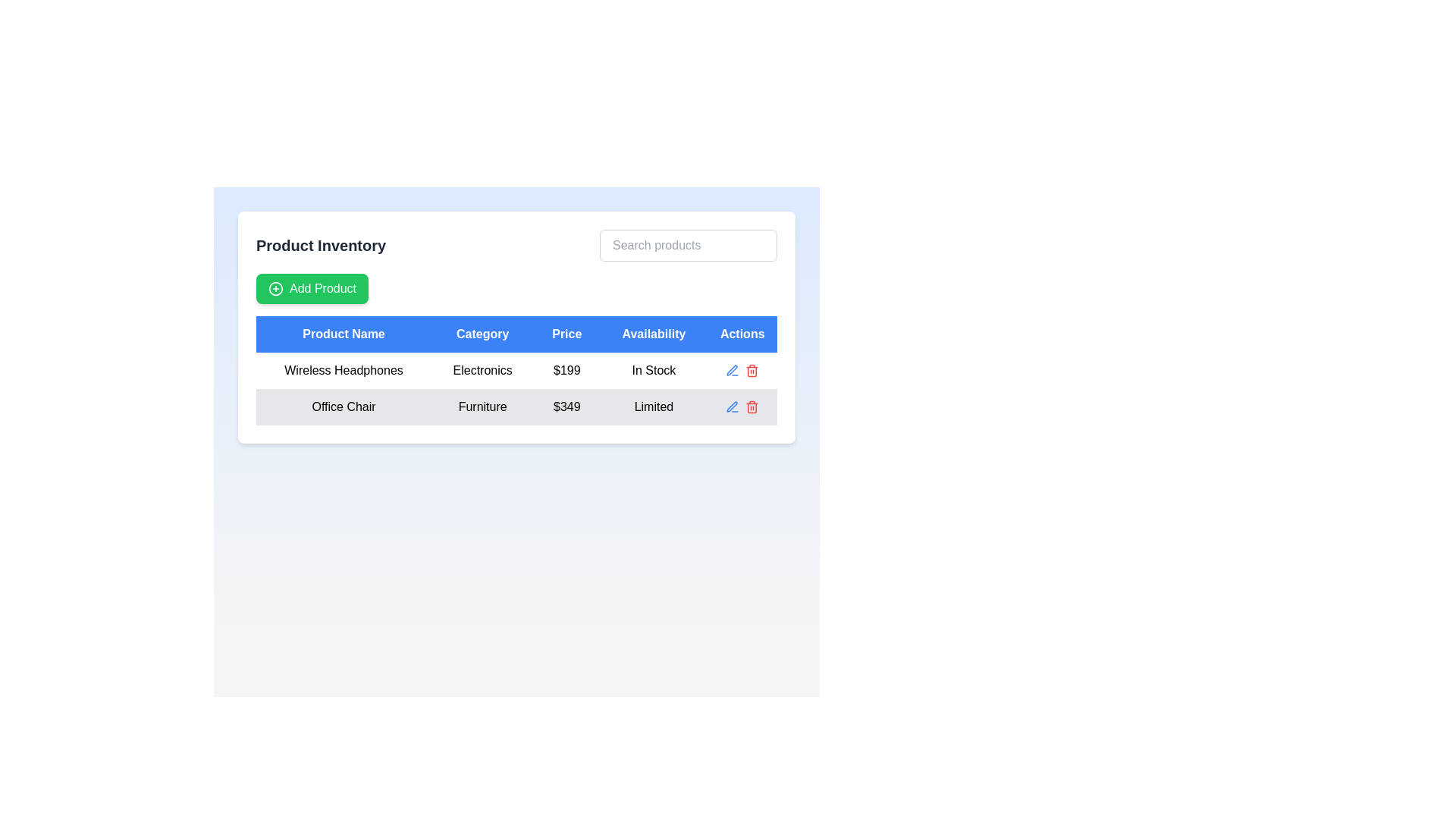  Describe the element at coordinates (516, 371) in the screenshot. I see `the first table row displaying product information for 'Wireless Headphones'` at that location.